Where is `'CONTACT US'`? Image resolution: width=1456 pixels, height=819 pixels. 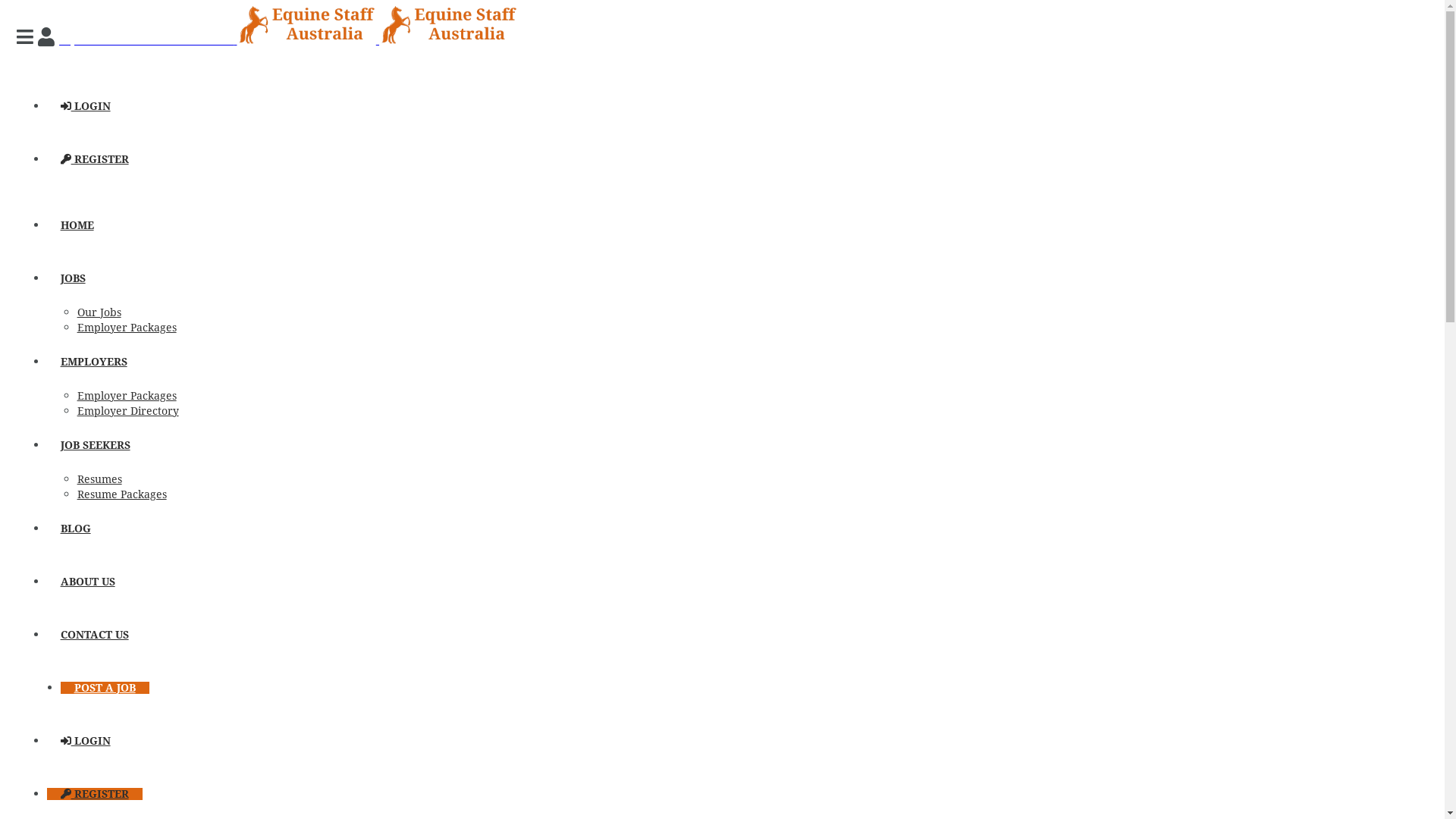 'CONTACT US' is located at coordinates (93, 635).